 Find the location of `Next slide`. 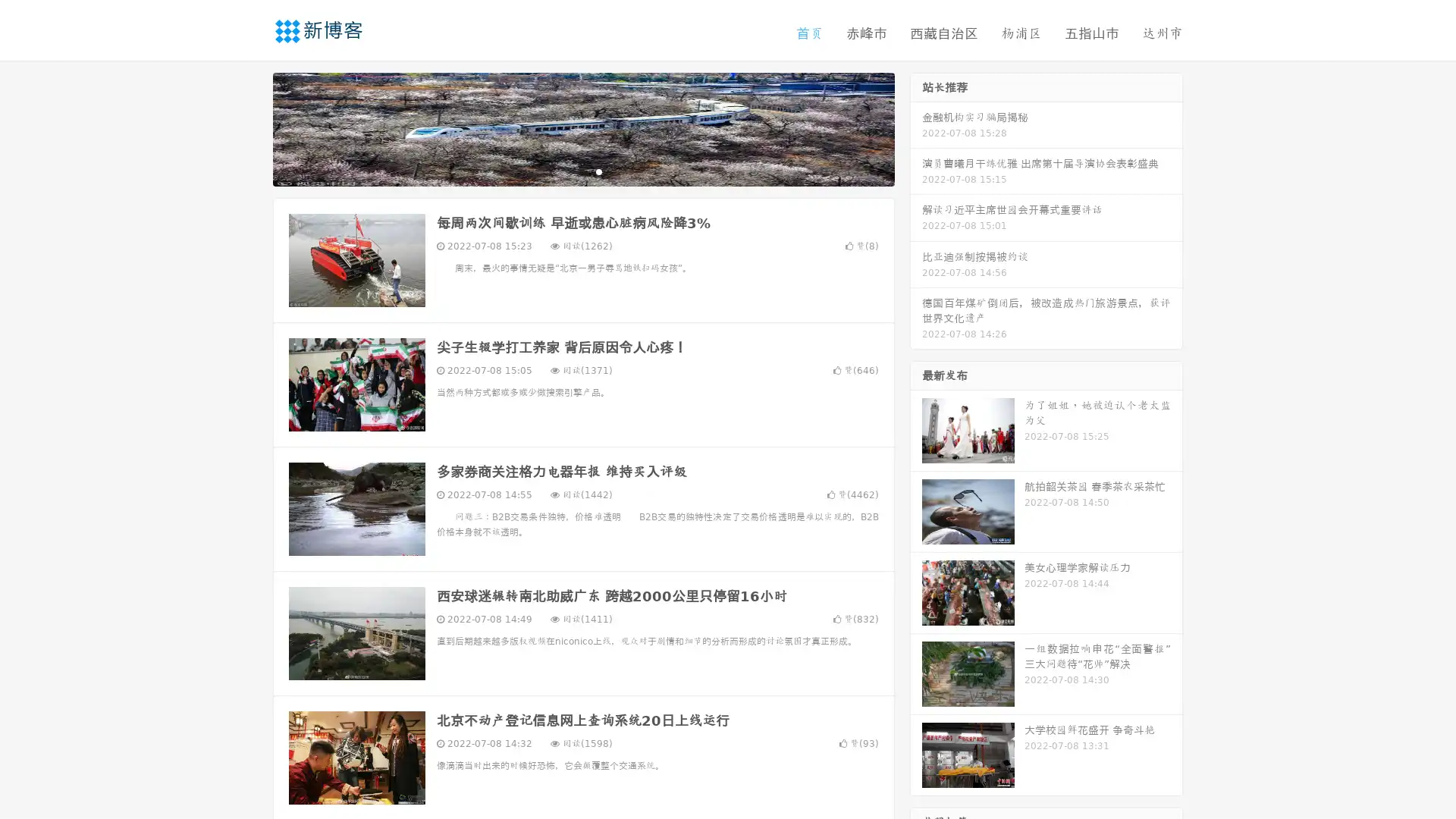

Next slide is located at coordinates (916, 127).